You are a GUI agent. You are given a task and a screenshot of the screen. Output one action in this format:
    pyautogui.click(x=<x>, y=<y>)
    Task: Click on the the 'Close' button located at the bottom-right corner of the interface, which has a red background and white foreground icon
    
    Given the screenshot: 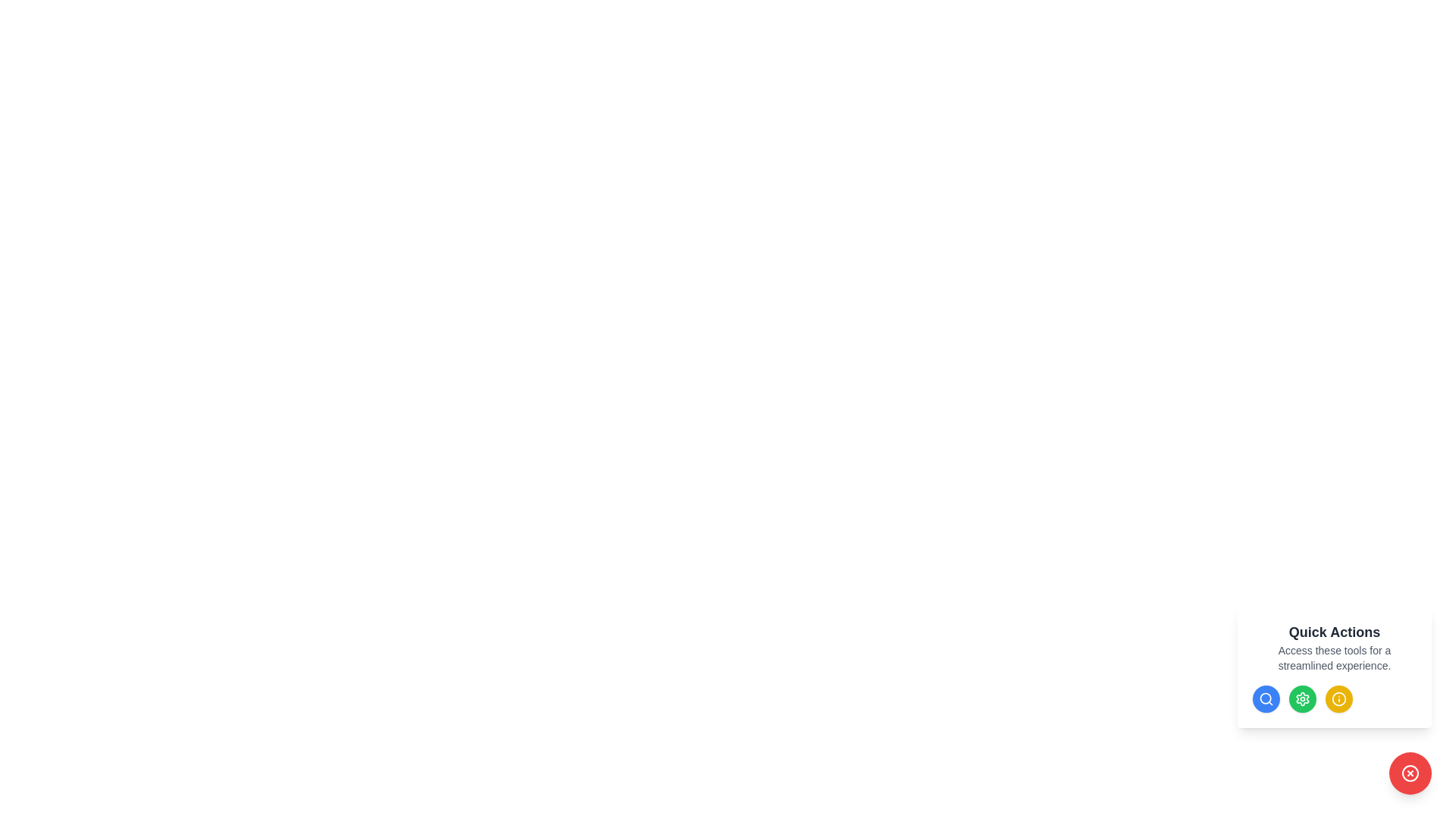 What is the action you would take?
    pyautogui.click(x=1410, y=773)
    